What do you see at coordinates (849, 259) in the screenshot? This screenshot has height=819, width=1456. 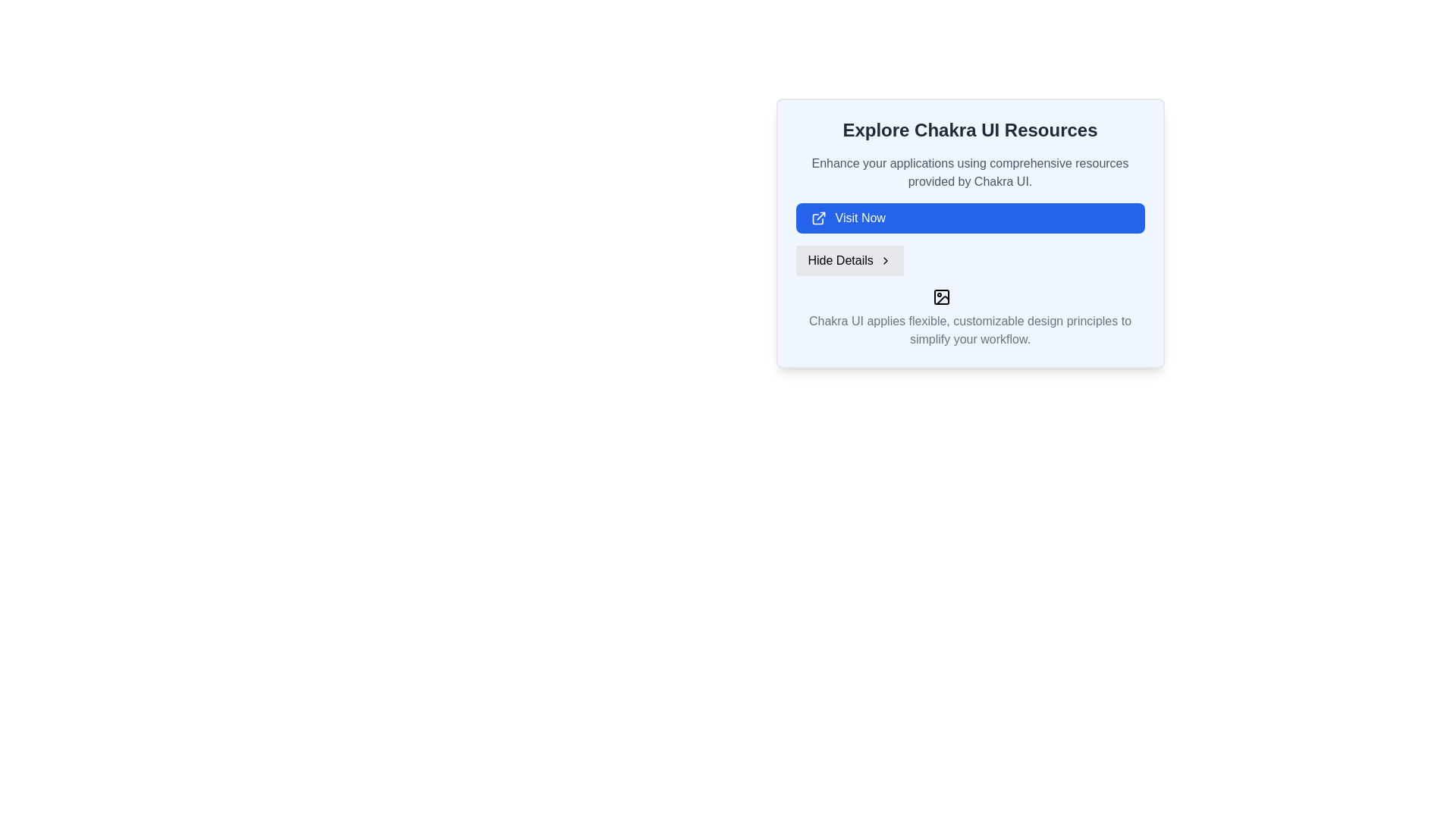 I see `the 'Hide Details' button, which is a rectangular button with a light gray background, rounded corners, and black text, featuring a chevron icon pointing to the right` at bounding box center [849, 259].